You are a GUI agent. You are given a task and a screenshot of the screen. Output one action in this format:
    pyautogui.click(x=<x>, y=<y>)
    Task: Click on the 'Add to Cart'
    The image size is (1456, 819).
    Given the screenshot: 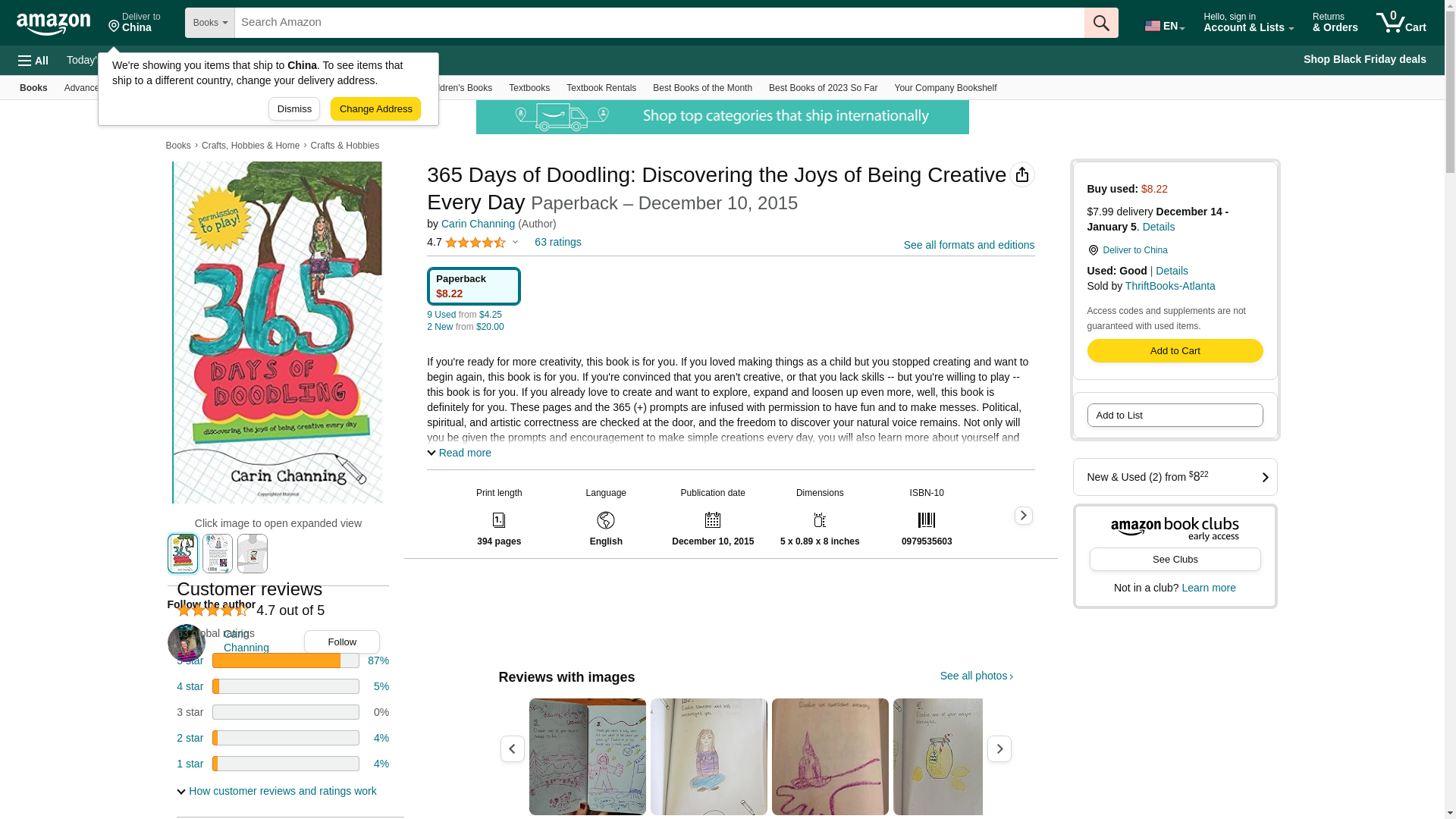 What is the action you would take?
    pyautogui.click(x=1174, y=350)
    